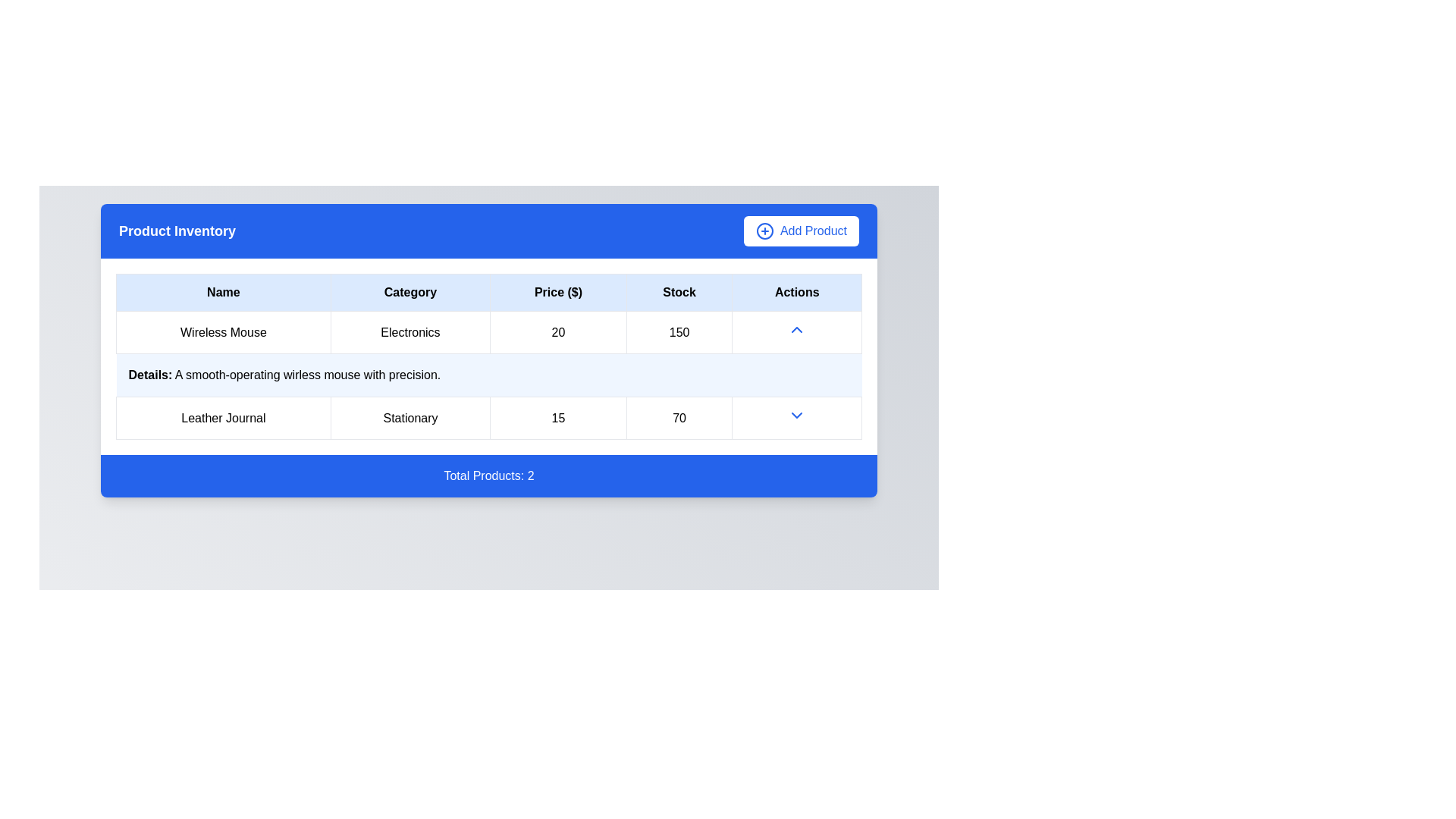  Describe the element at coordinates (764, 231) in the screenshot. I see `the circular blue outlined icon with a plus sign, which is part of the 'Add Product' button located in the top-right corner of the interface above the data table` at that location.